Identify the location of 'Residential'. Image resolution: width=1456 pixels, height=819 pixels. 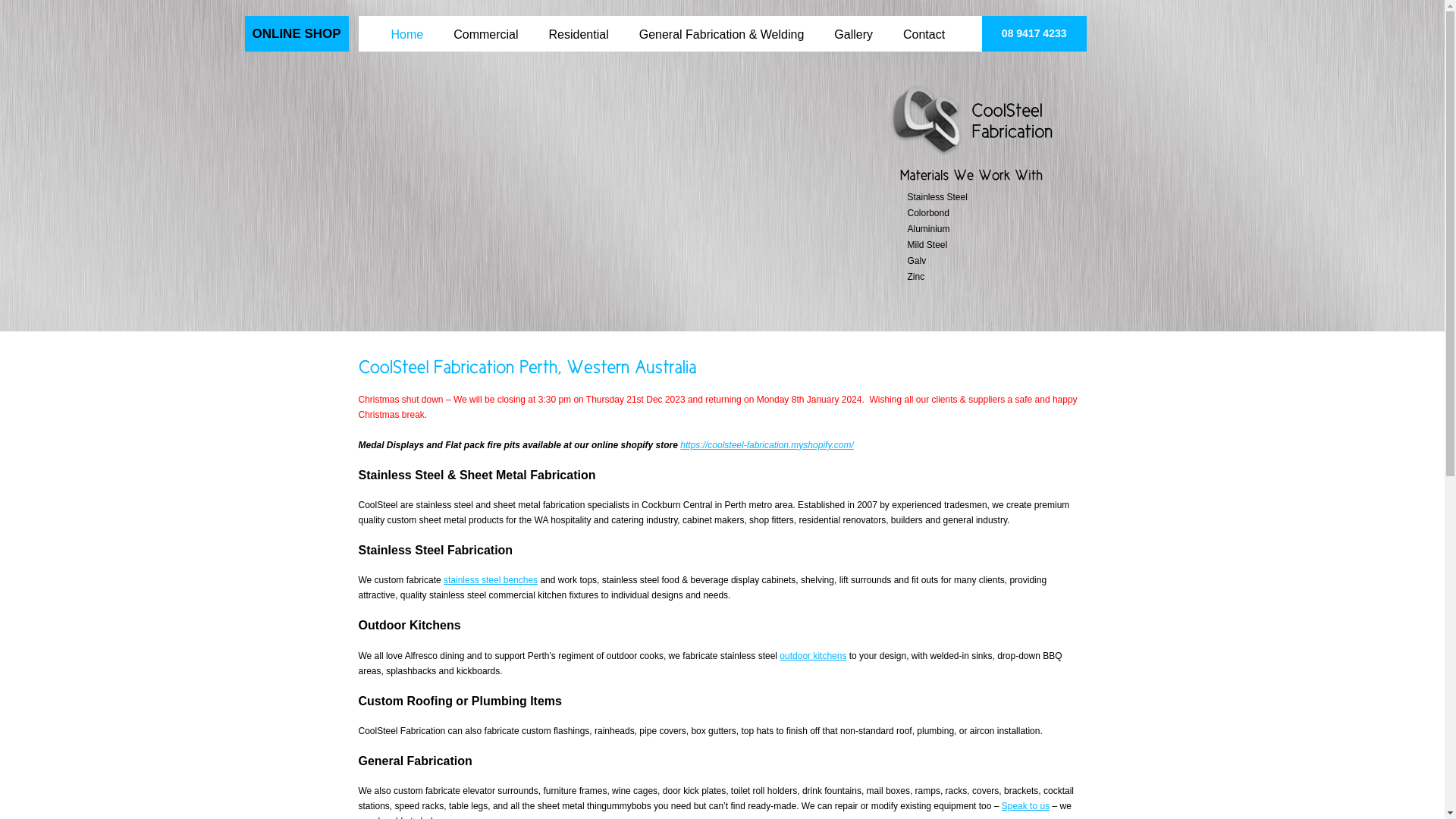
(578, 25).